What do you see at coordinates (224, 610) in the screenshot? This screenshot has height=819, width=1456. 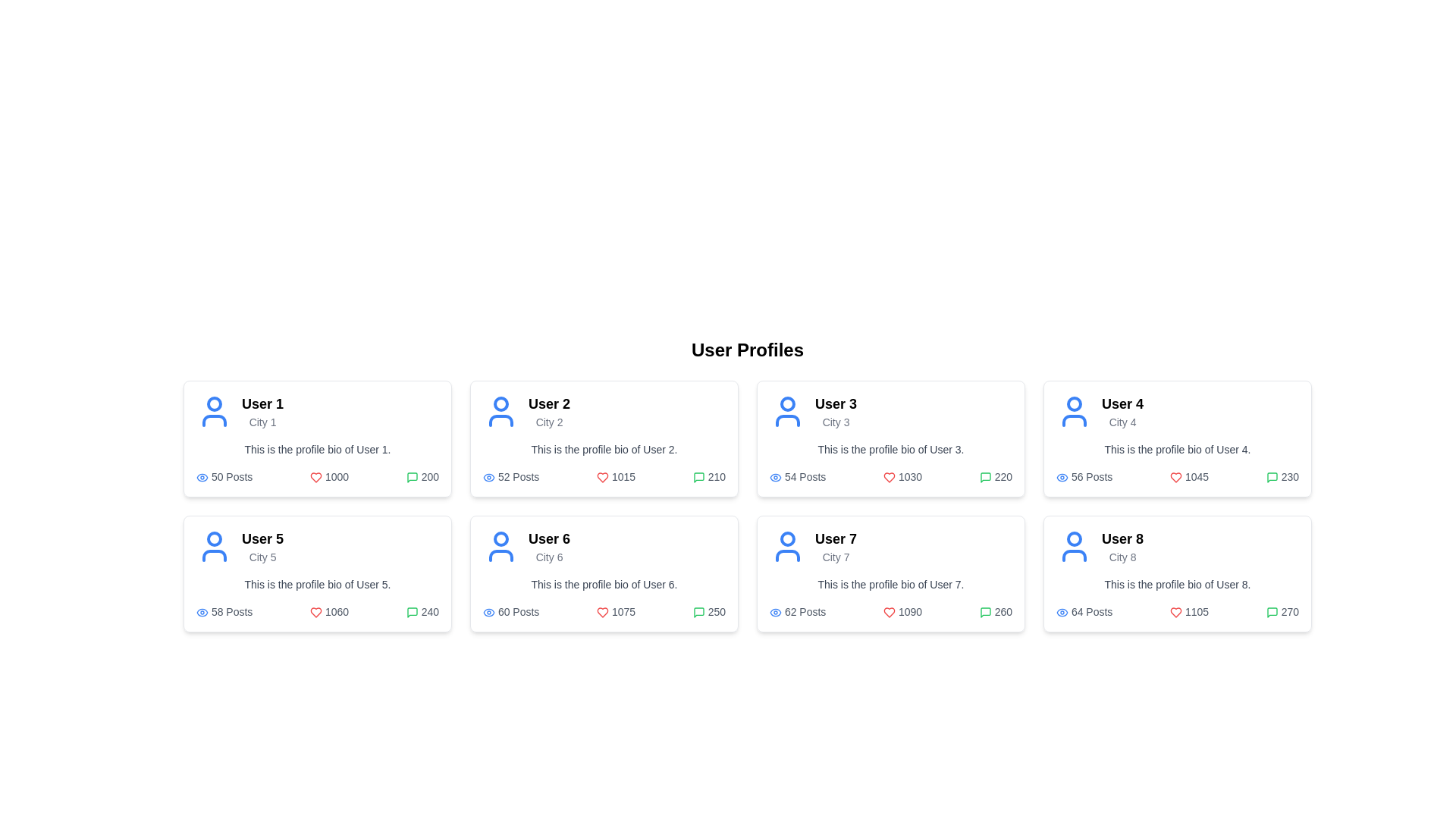 I see `the '58 Posts' text label with an eye icon located at the bottom-left corner of 'User 5's user card` at bounding box center [224, 610].